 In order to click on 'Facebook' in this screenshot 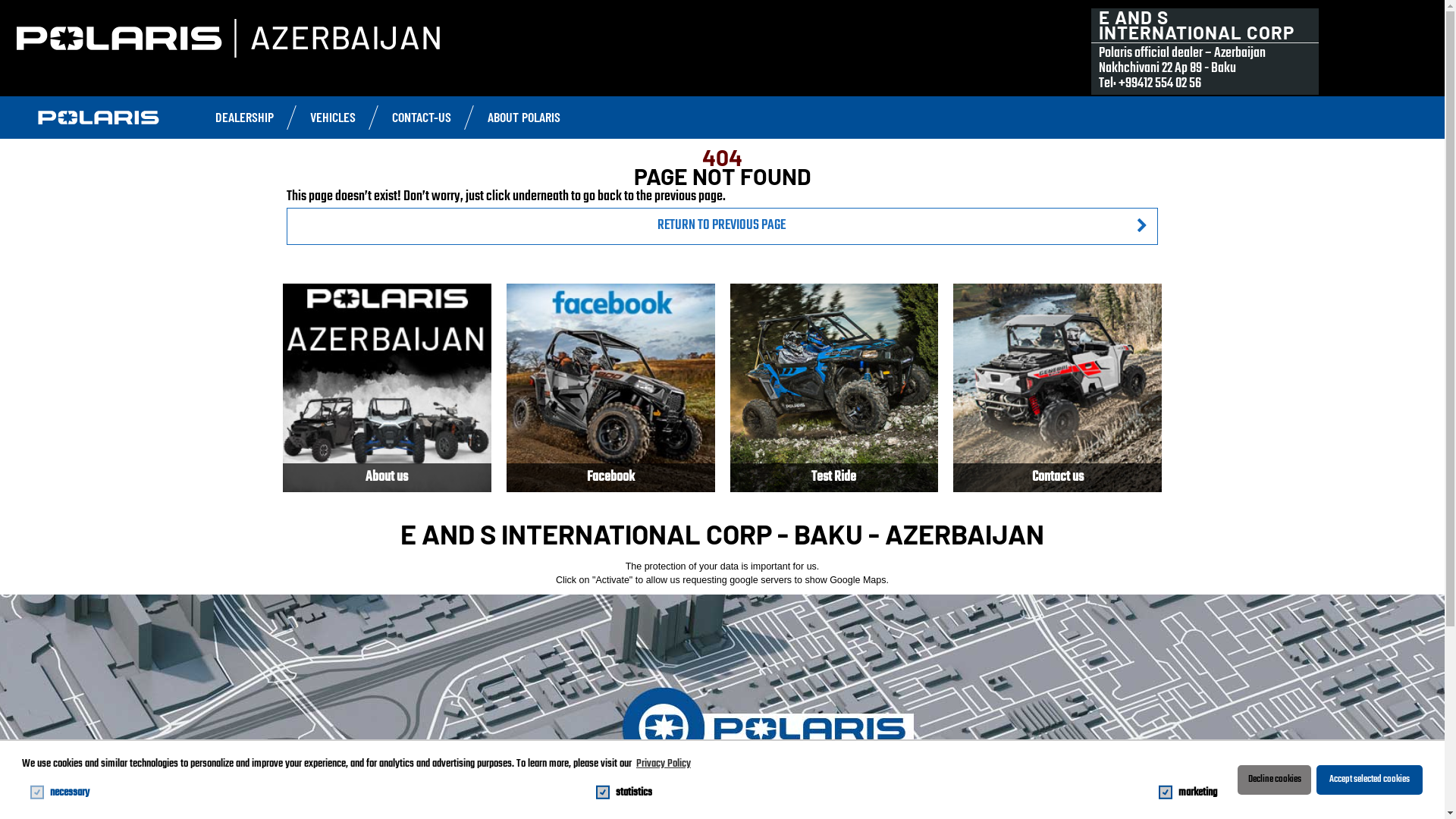, I will do `click(610, 387)`.